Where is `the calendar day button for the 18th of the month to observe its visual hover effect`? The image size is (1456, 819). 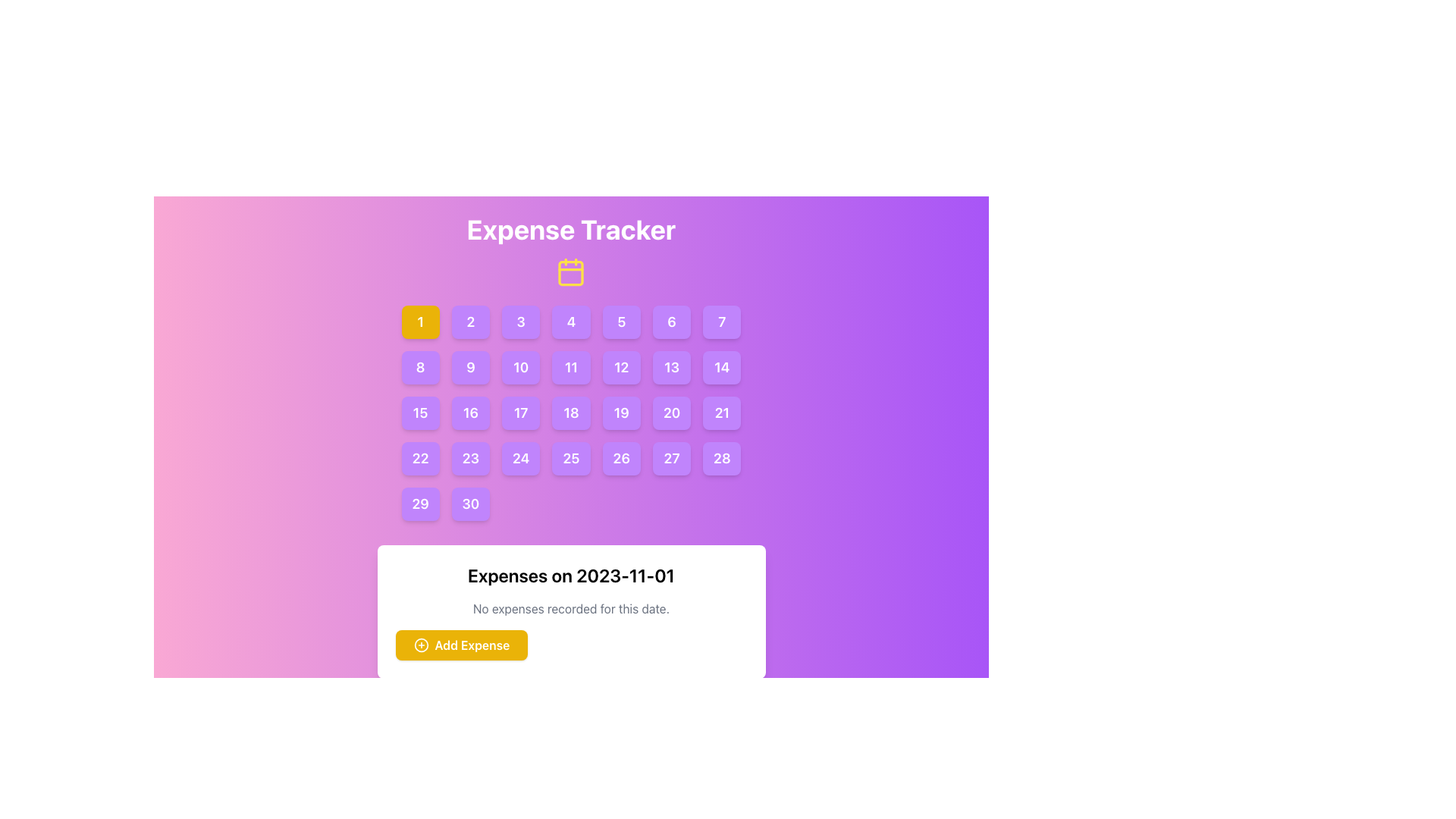 the calendar day button for the 18th of the month to observe its visual hover effect is located at coordinates (570, 413).